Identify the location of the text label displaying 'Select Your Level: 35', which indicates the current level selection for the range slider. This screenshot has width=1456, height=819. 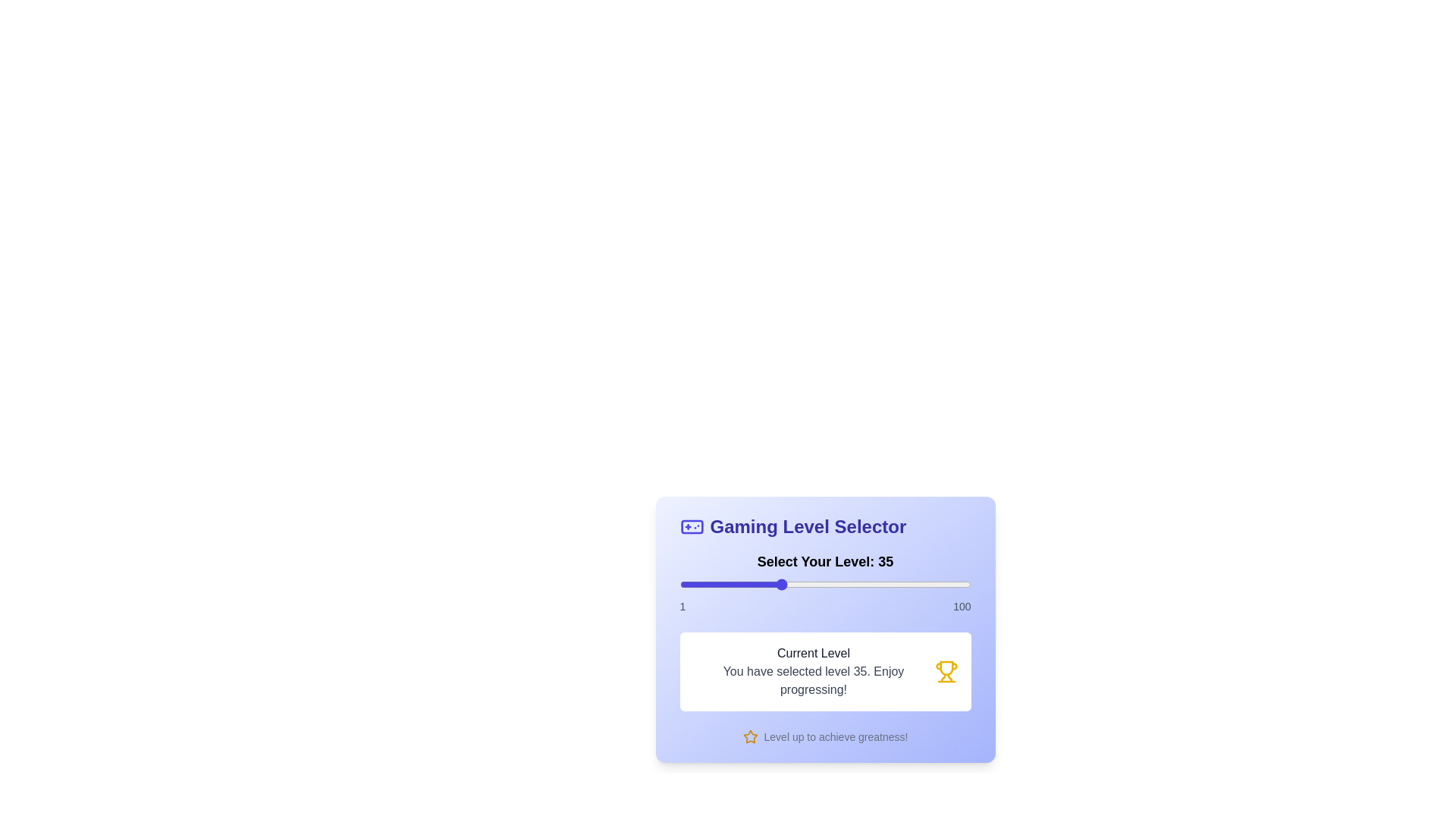
(824, 561).